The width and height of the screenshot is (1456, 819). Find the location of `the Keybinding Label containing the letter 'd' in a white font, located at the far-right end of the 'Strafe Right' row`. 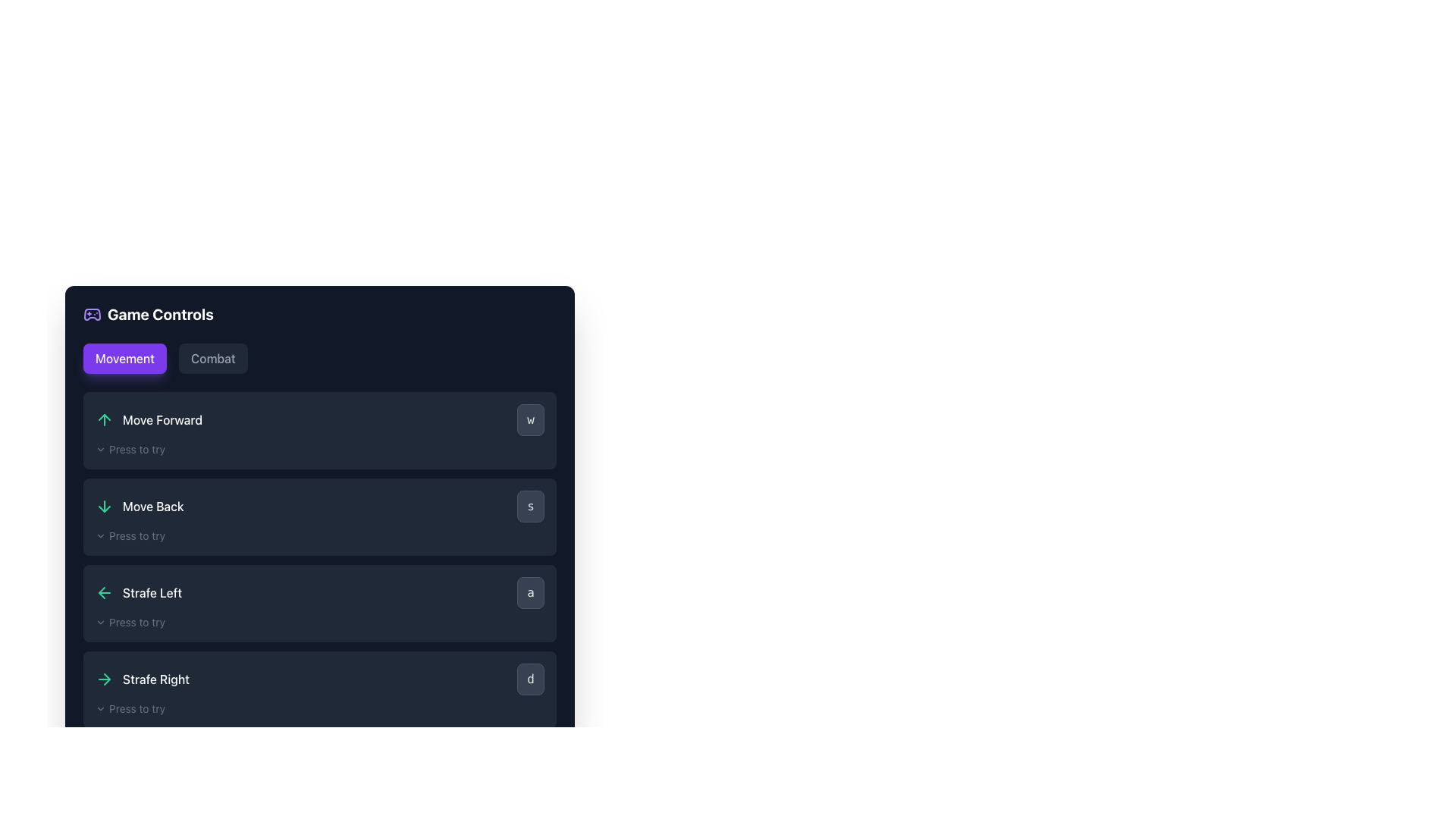

the Keybinding Label containing the letter 'd' in a white font, located at the far-right end of the 'Strafe Right' row is located at coordinates (531, 678).